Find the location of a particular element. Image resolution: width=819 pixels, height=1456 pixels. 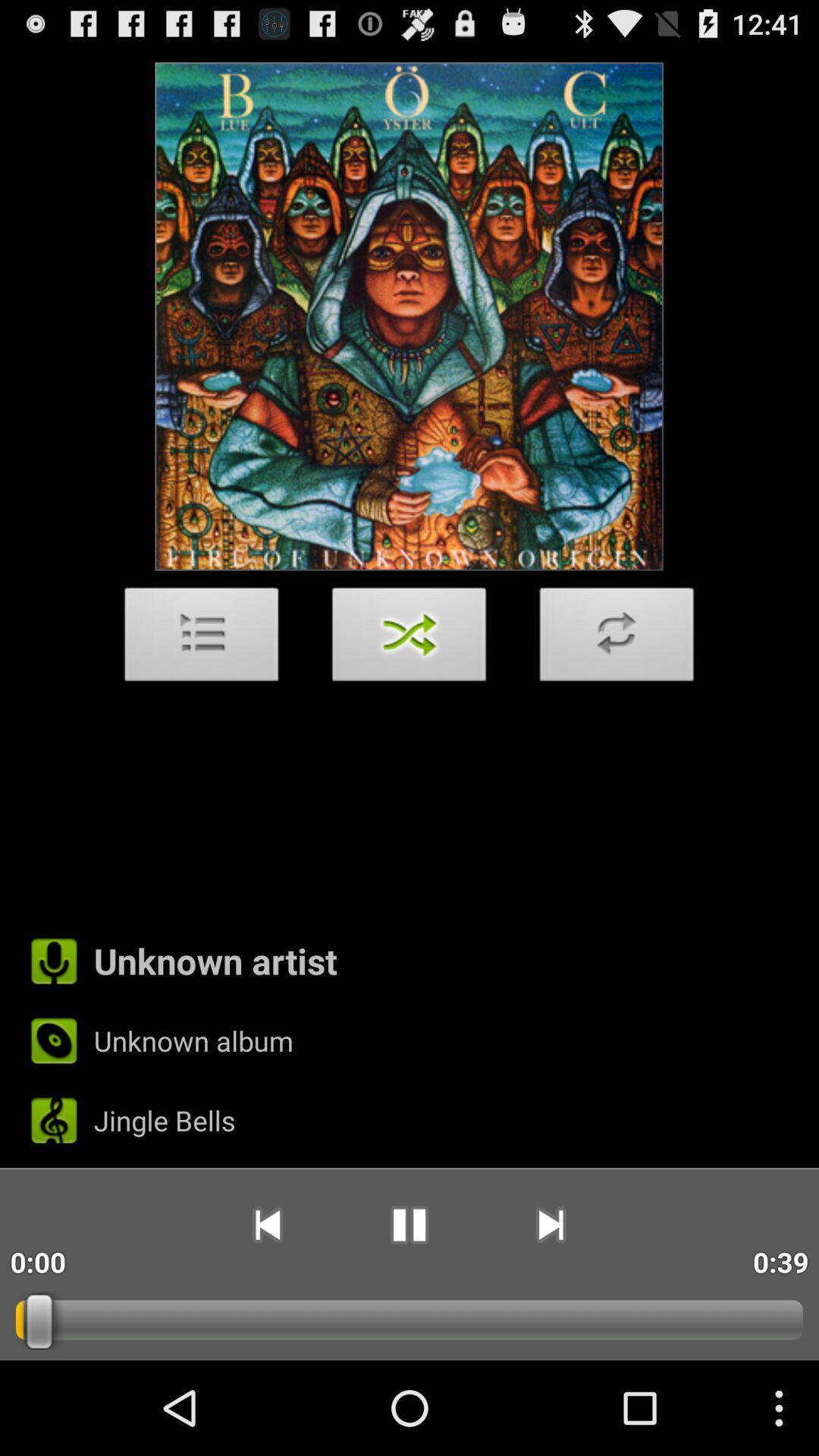

the app above unknown artist app is located at coordinates (409, 639).